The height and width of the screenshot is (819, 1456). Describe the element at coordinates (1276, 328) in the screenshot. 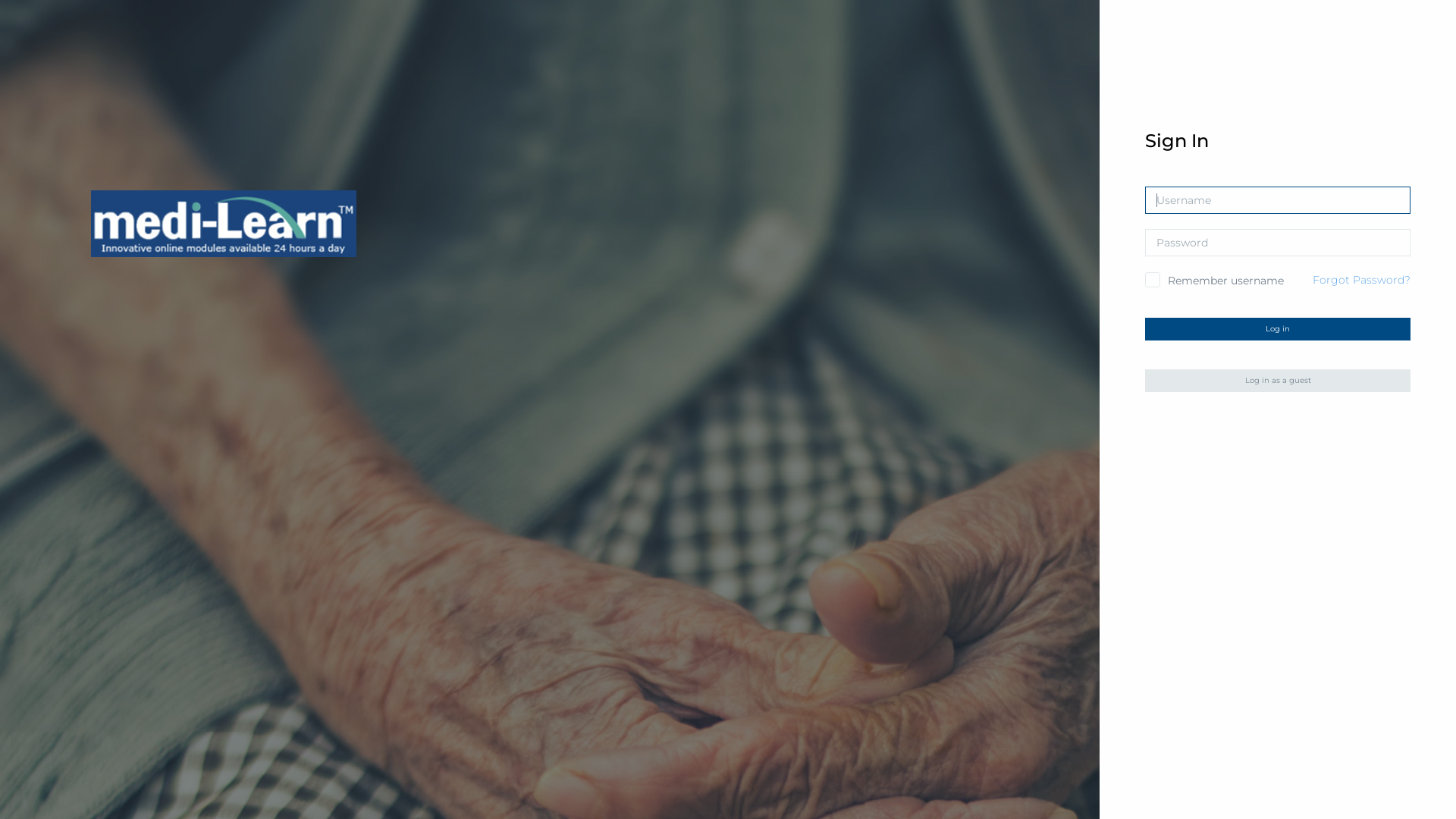

I see `'Log in'` at that location.